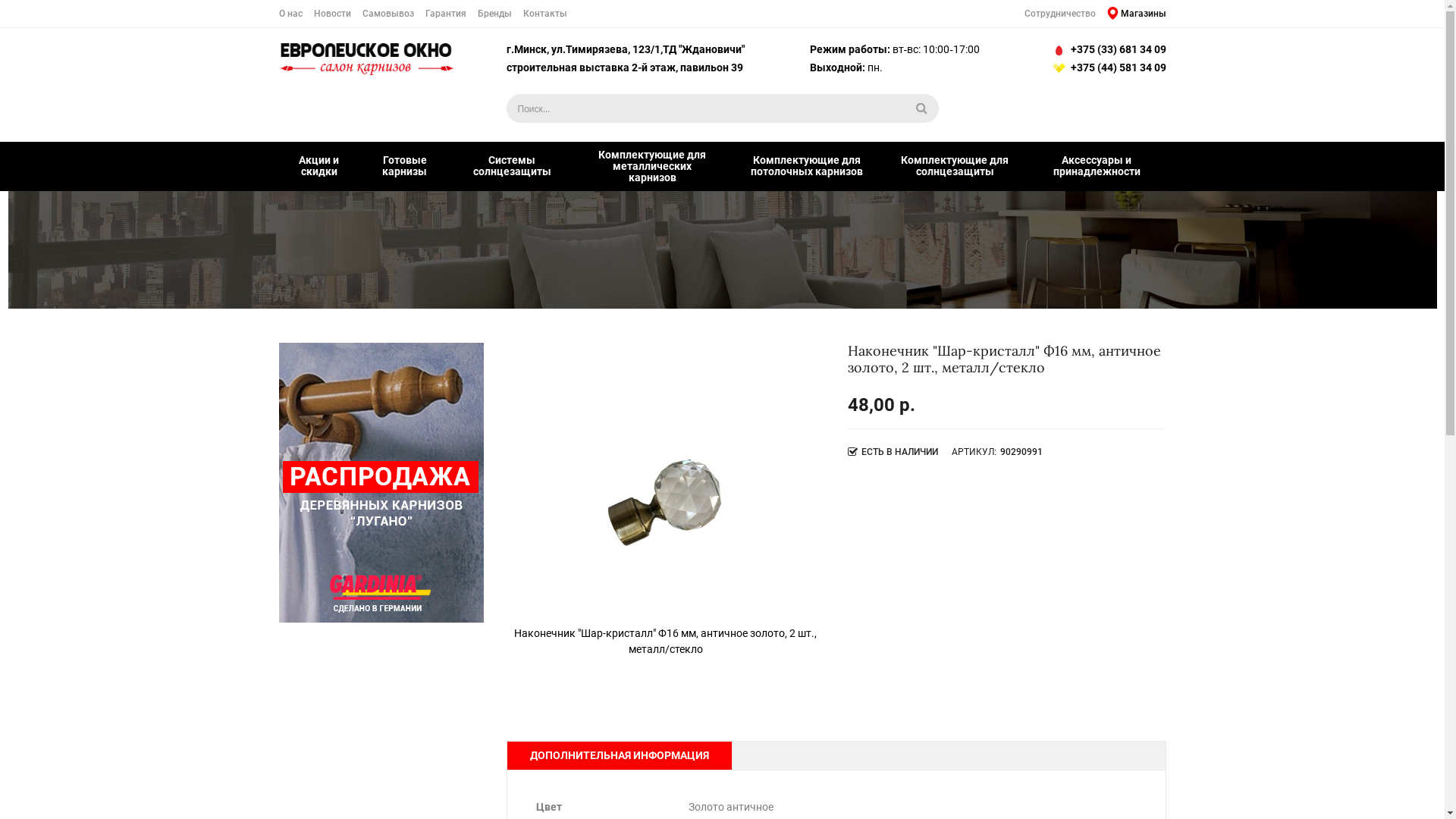 This screenshot has height=819, width=1456. I want to click on '+375 (44) 581 34 09', so click(1106, 67).